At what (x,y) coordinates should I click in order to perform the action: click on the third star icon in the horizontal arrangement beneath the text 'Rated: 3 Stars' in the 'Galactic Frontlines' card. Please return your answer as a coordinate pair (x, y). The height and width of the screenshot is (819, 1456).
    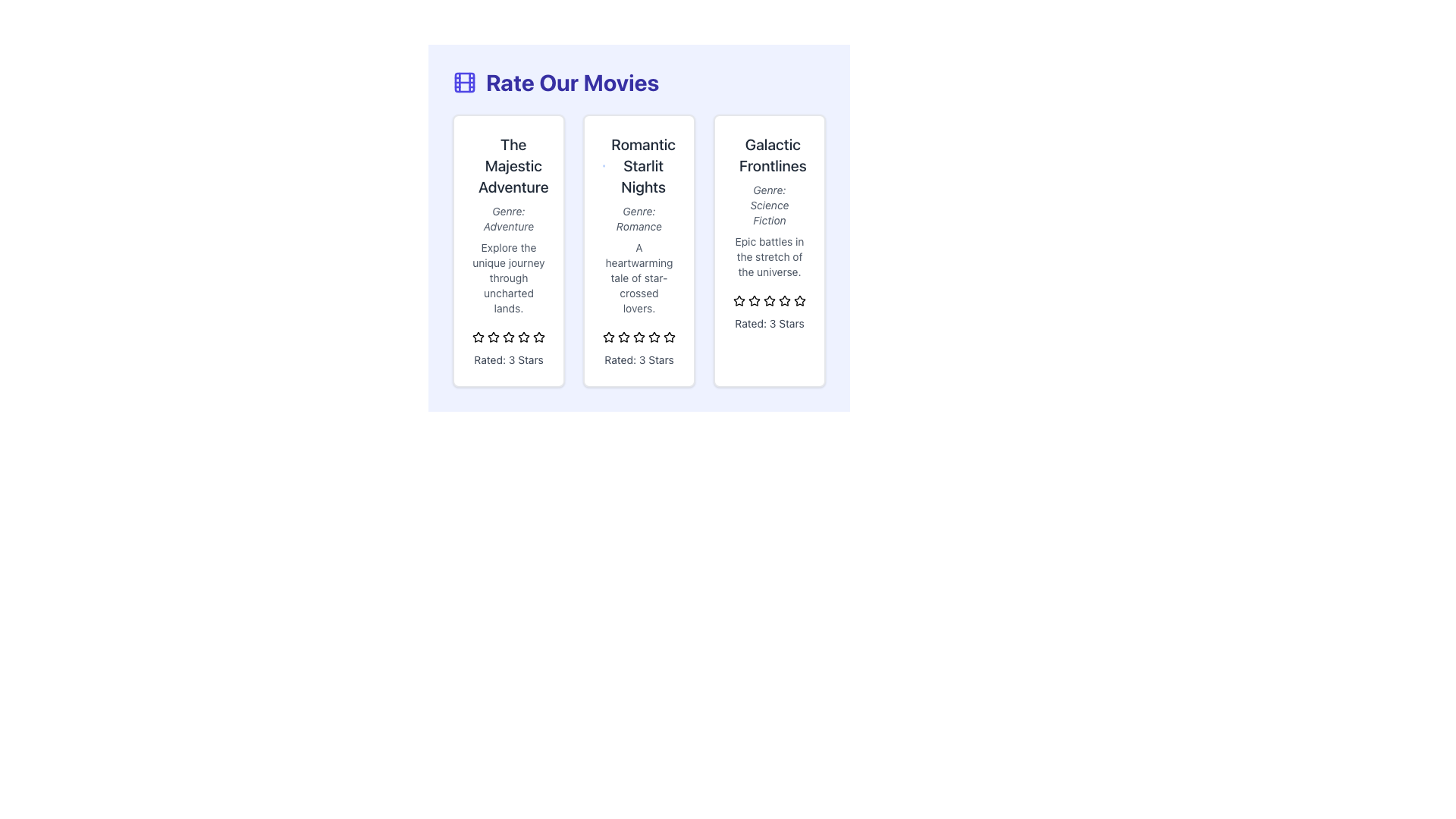
    Looking at the image, I should click on (785, 300).